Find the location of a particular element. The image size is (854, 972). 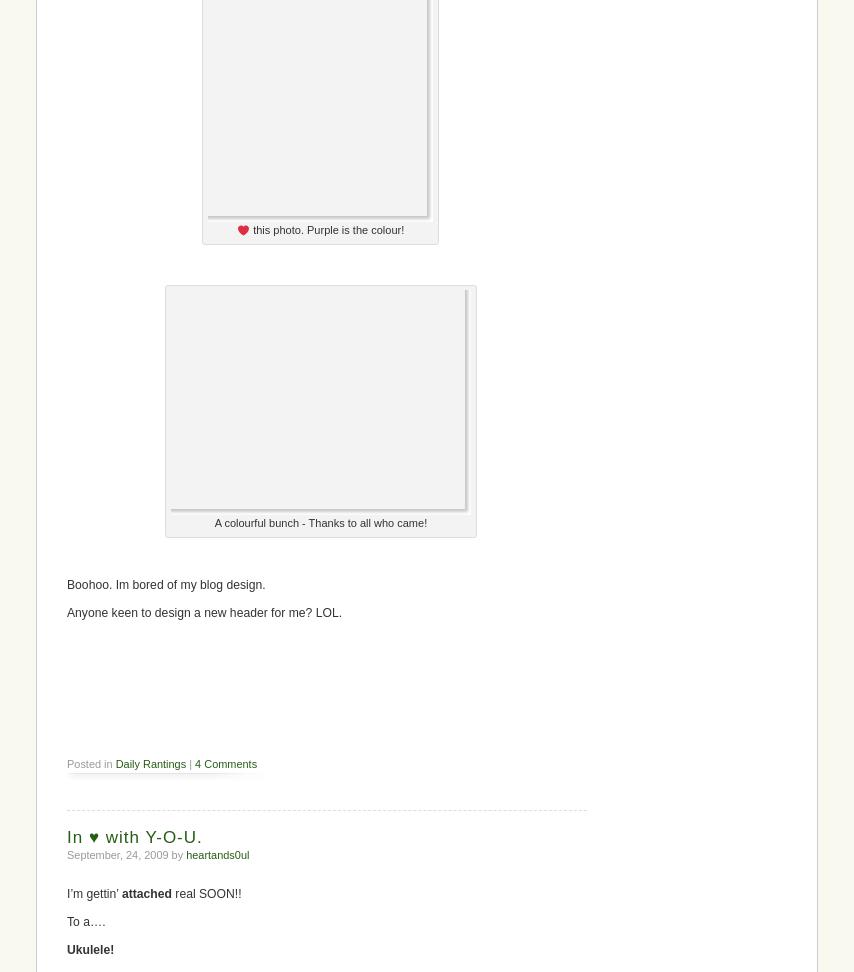

'4 Comments' is located at coordinates (225, 763).